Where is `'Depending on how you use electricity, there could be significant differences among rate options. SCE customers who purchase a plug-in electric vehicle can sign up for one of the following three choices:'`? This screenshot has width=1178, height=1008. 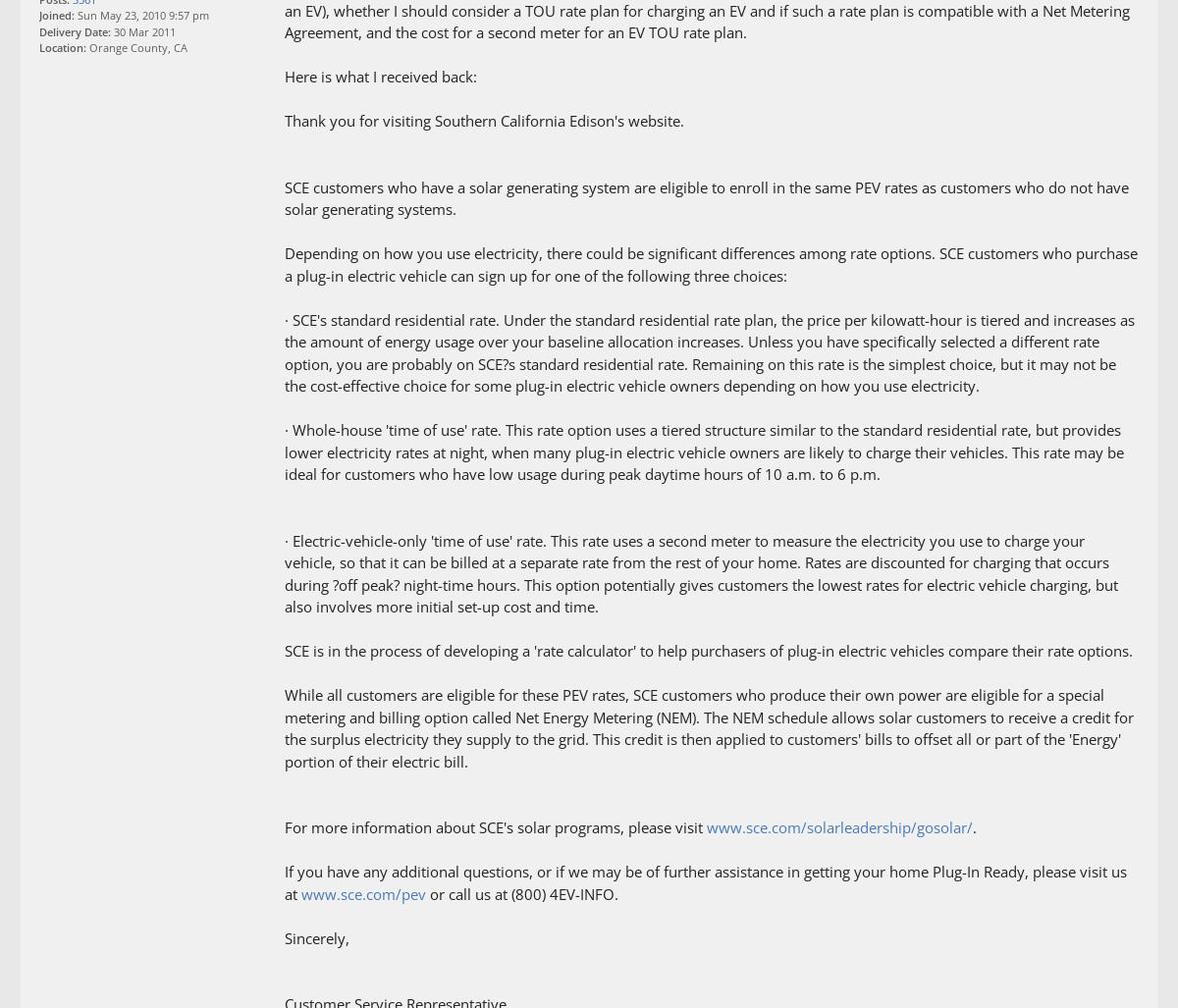
'Depending on how you use electricity, there could be significant differences among rate options. SCE customers who purchase a plug-in electric vehicle can sign up for one of the following three choices:' is located at coordinates (711, 263).